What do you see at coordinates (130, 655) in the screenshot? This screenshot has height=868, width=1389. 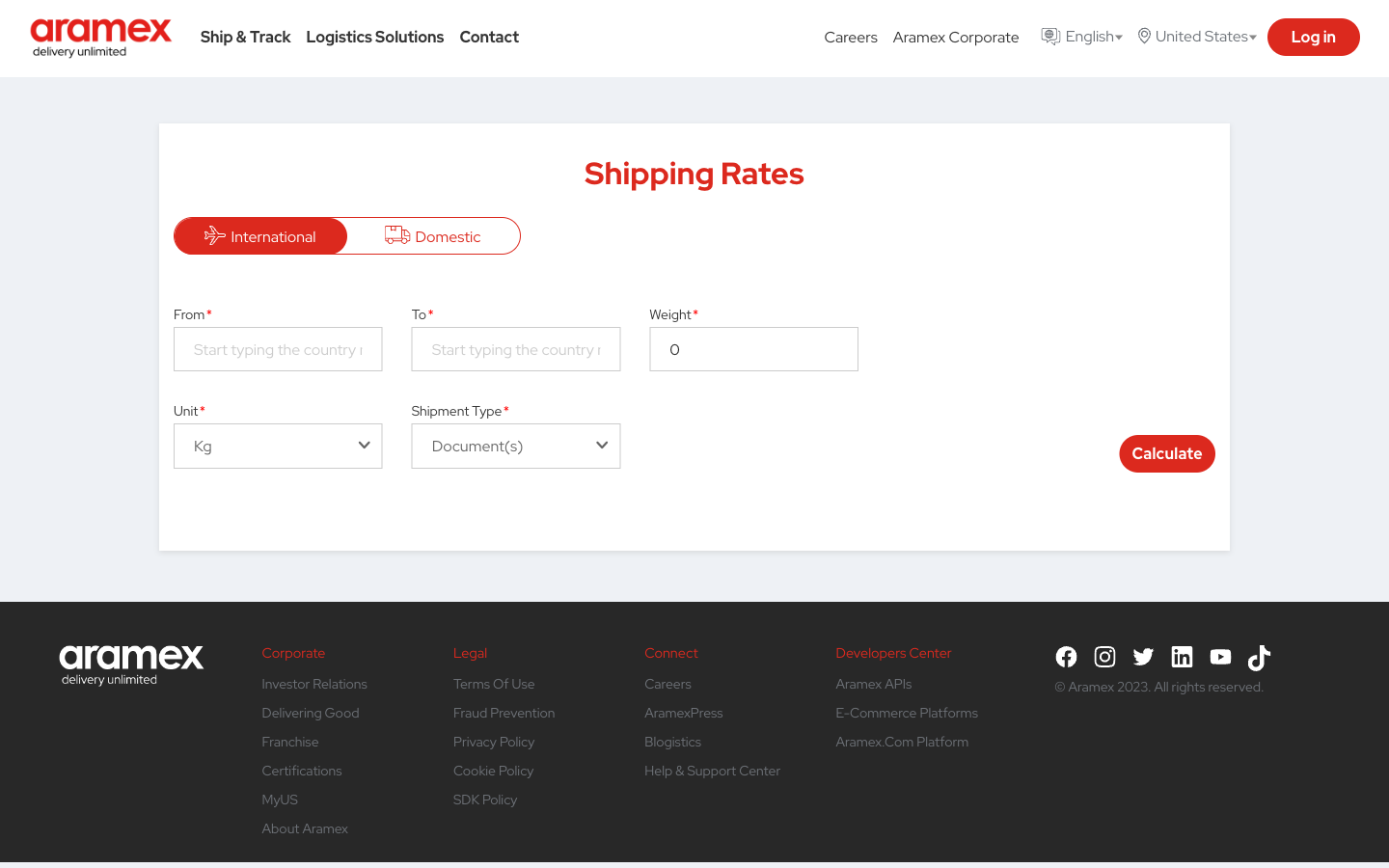 I see `Go back to the home page by clicking on the button in the lower left panel` at bounding box center [130, 655].